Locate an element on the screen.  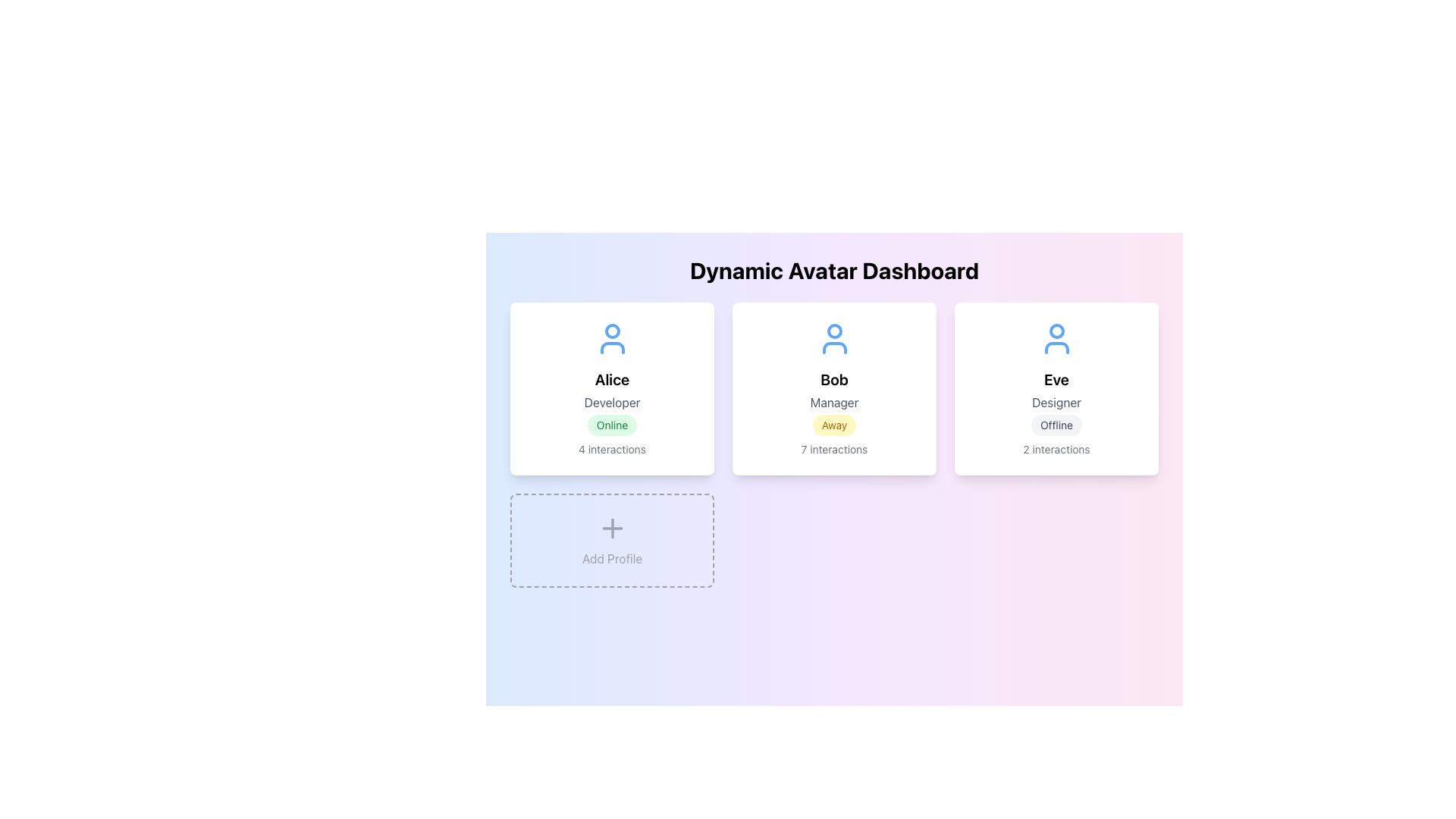
the static text label displaying '4 interactions' located at the bottom of Alice's profile card, directly below the 'Online' status badge is located at coordinates (612, 449).